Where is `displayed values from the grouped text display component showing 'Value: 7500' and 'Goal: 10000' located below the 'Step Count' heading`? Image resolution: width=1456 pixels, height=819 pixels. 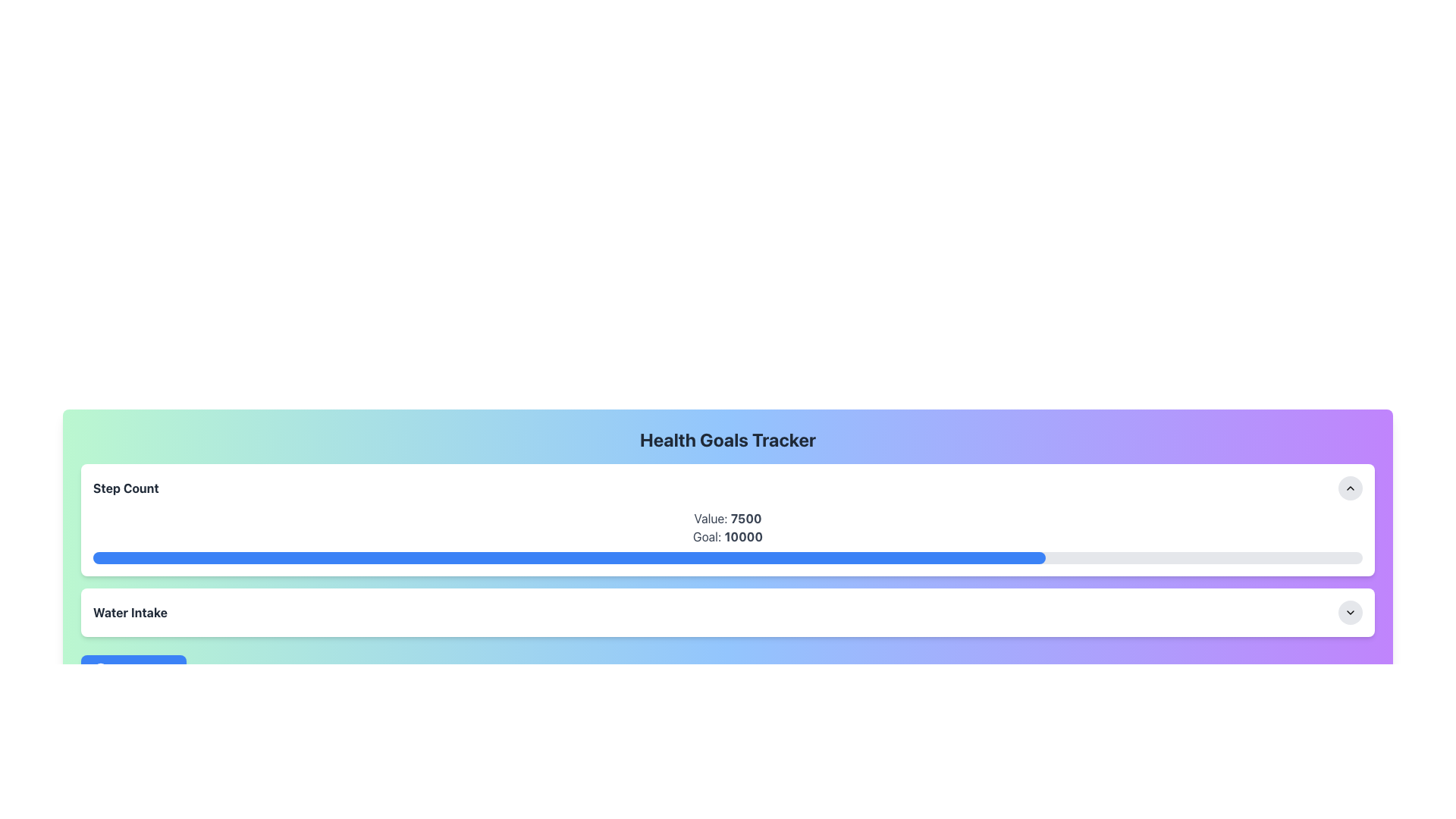 displayed values from the grouped text display component showing 'Value: 7500' and 'Goal: 10000' located below the 'Step Count' heading is located at coordinates (728, 536).